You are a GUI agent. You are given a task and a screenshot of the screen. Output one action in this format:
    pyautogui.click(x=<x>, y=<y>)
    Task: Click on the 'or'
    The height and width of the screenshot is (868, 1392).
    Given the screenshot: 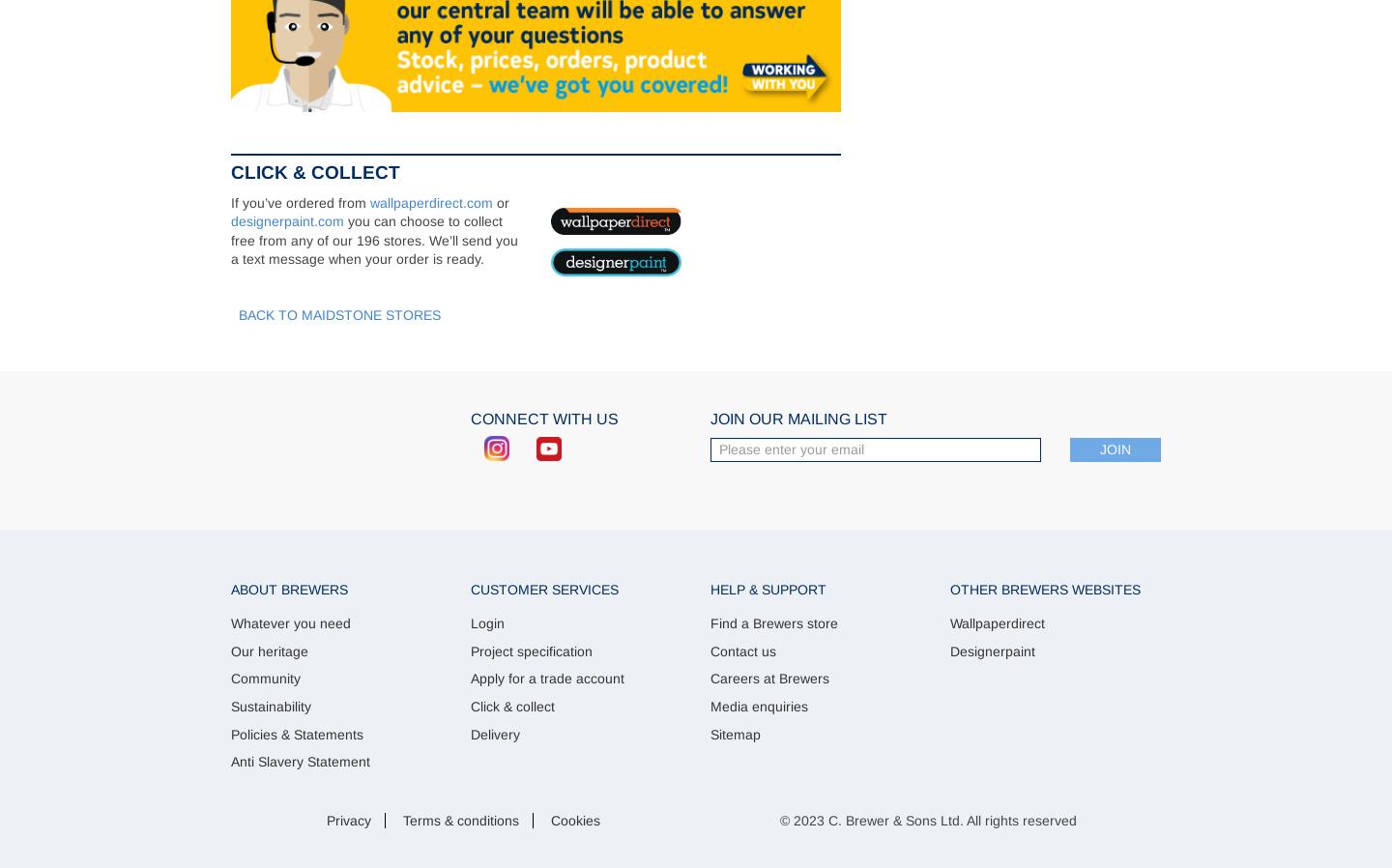 What is the action you would take?
    pyautogui.click(x=492, y=200)
    